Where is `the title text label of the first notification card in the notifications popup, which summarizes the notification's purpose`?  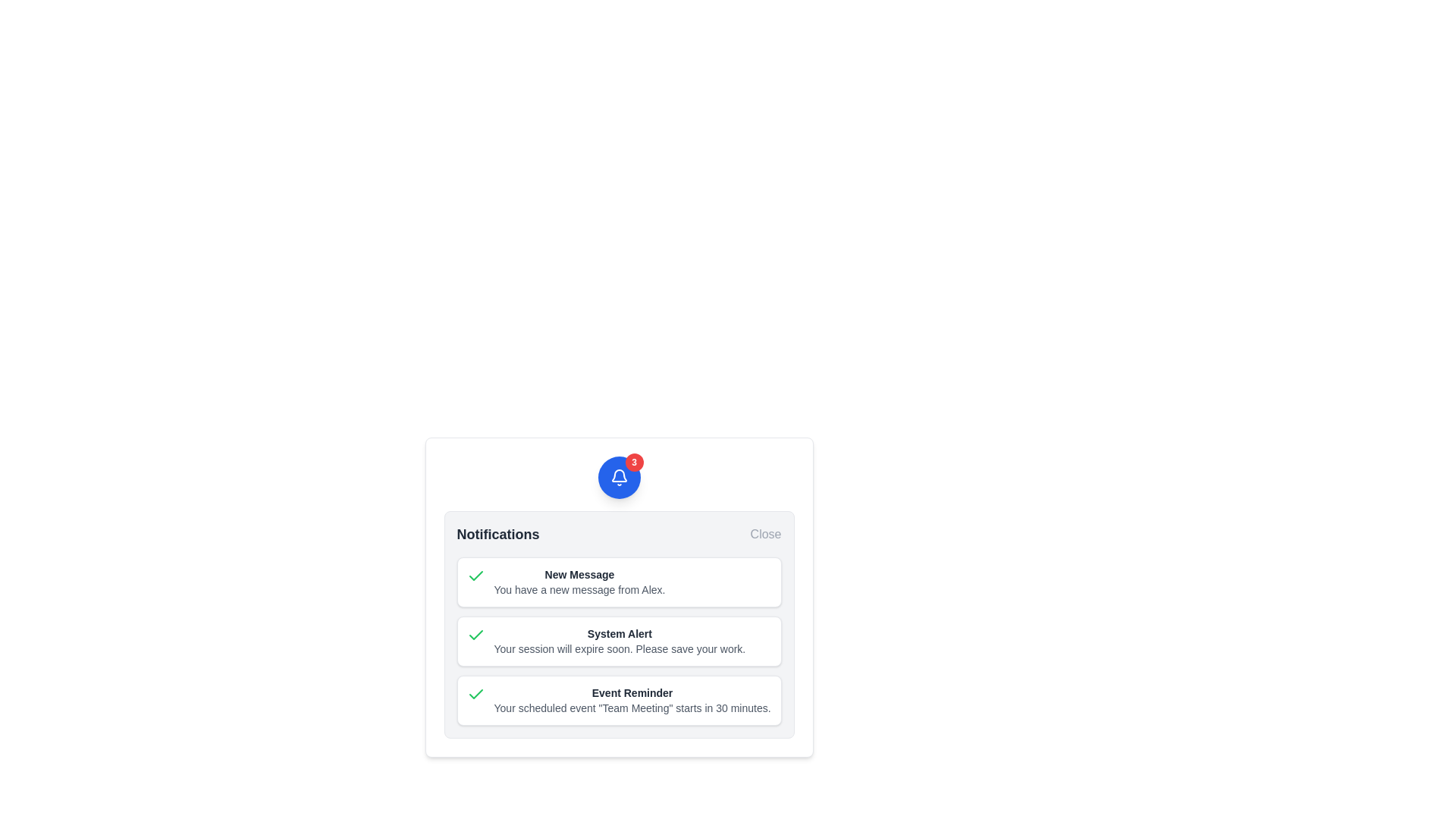 the title text label of the first notification card in the notifications popup, which summarizes the notification's purpose is located at coordinates (579, 575).